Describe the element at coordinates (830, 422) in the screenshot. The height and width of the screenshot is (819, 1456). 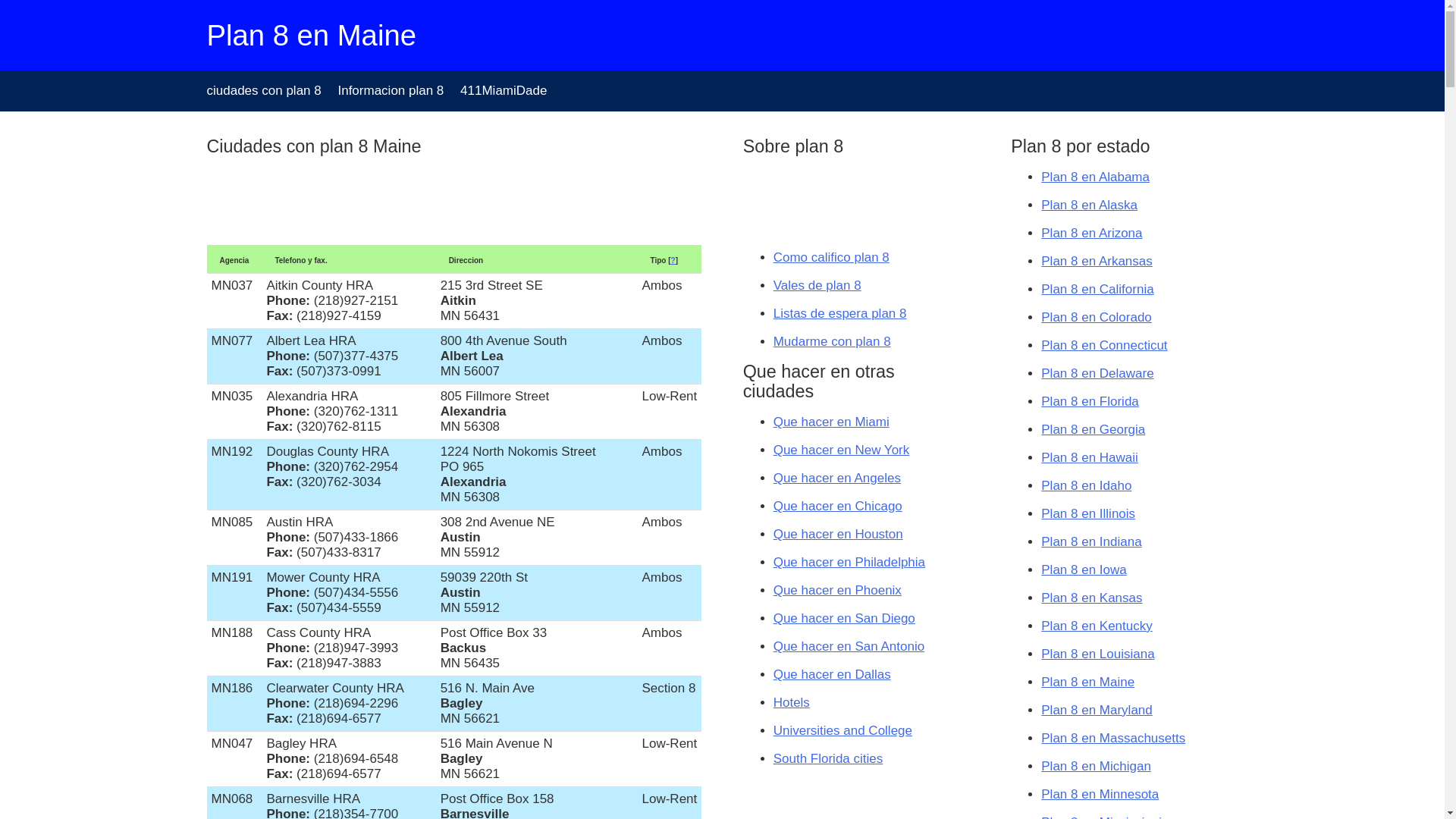
I see `'Que hacer en Miami'` at that location.